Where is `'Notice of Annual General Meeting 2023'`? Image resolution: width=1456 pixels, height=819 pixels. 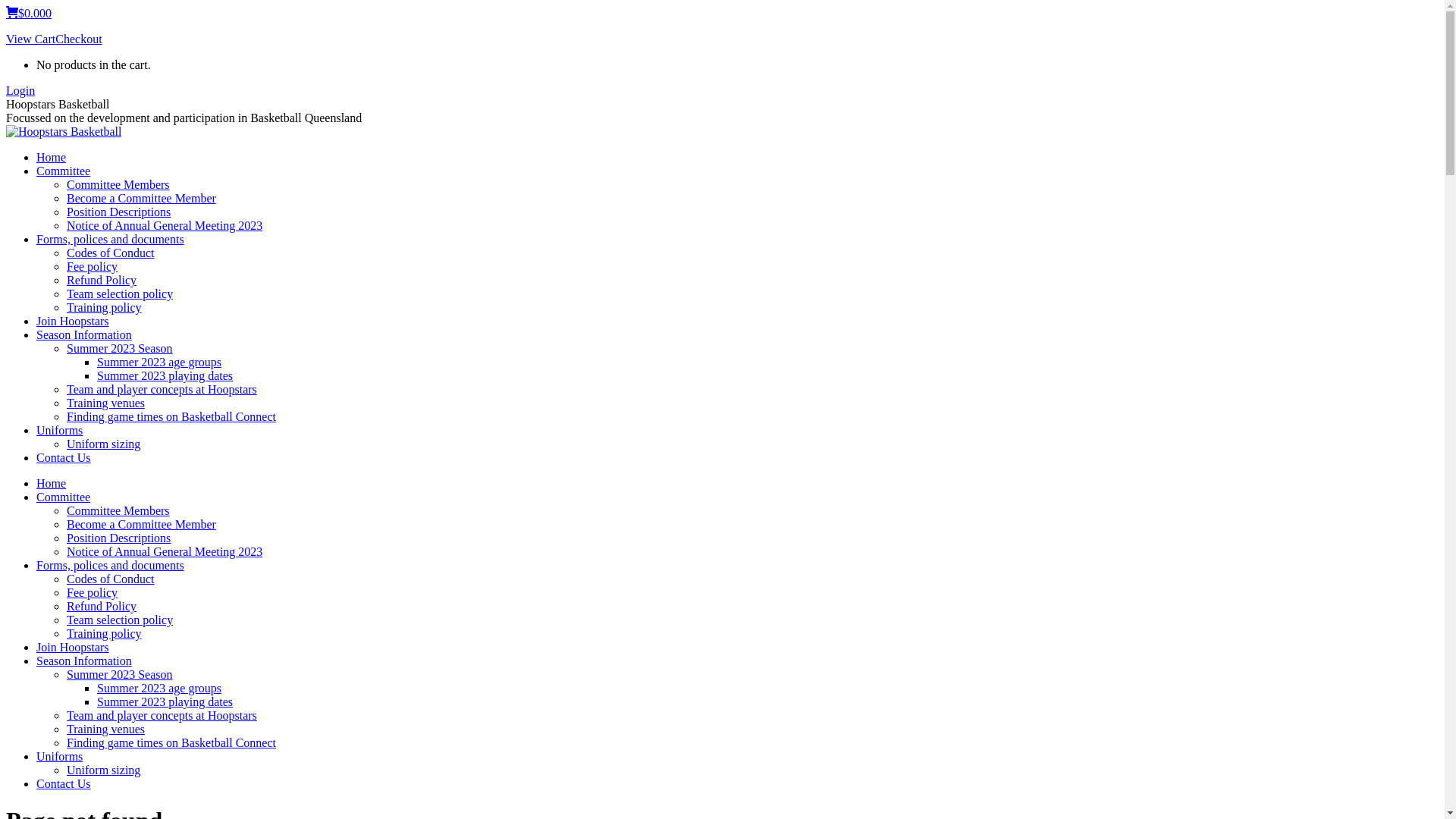 'Notice of Annual General Meeting 2023' is located at coordinates (164, 551).